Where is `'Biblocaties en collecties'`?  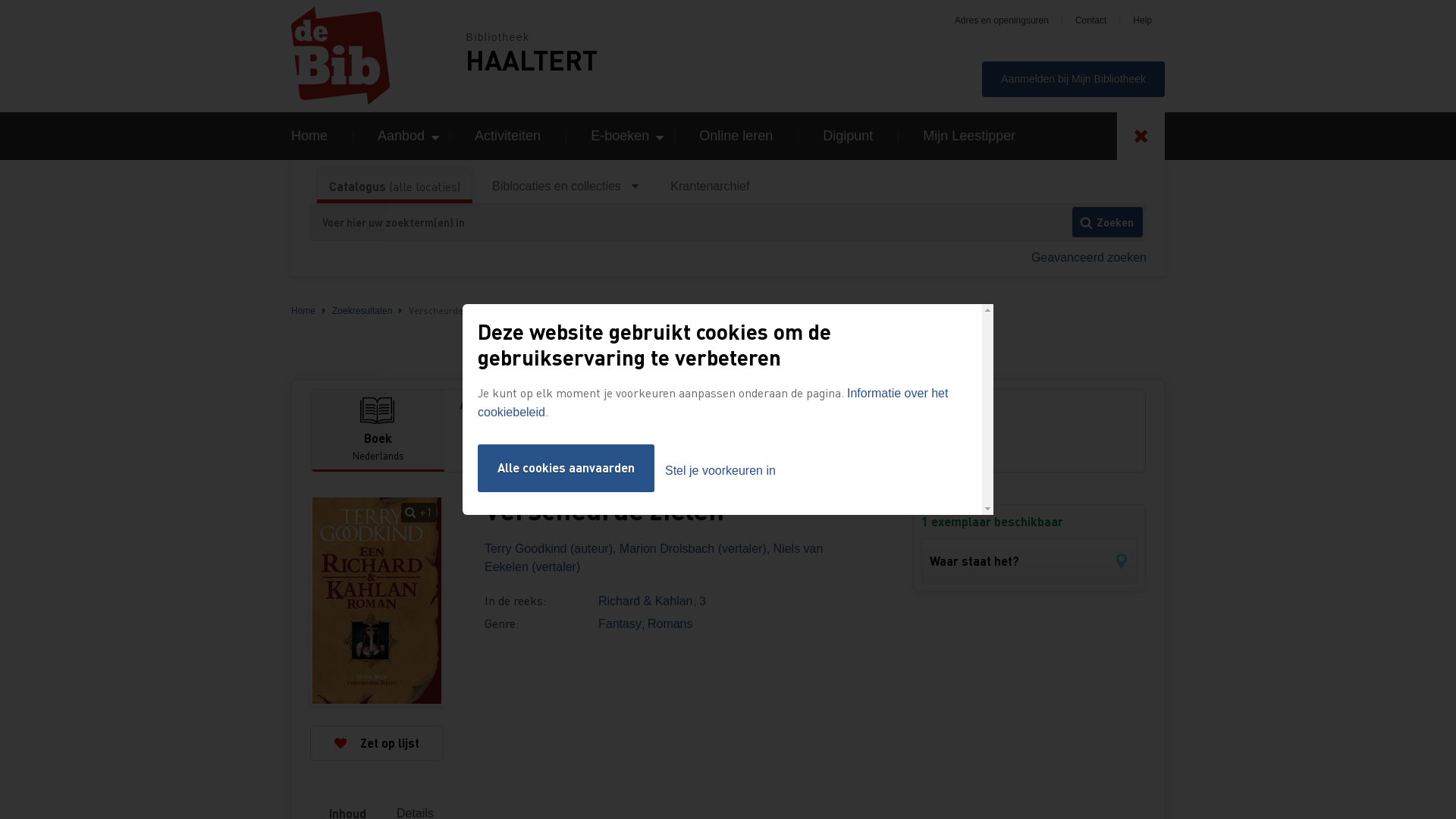
'Biblocaties en collecties' is located at coordinates (564, 186).